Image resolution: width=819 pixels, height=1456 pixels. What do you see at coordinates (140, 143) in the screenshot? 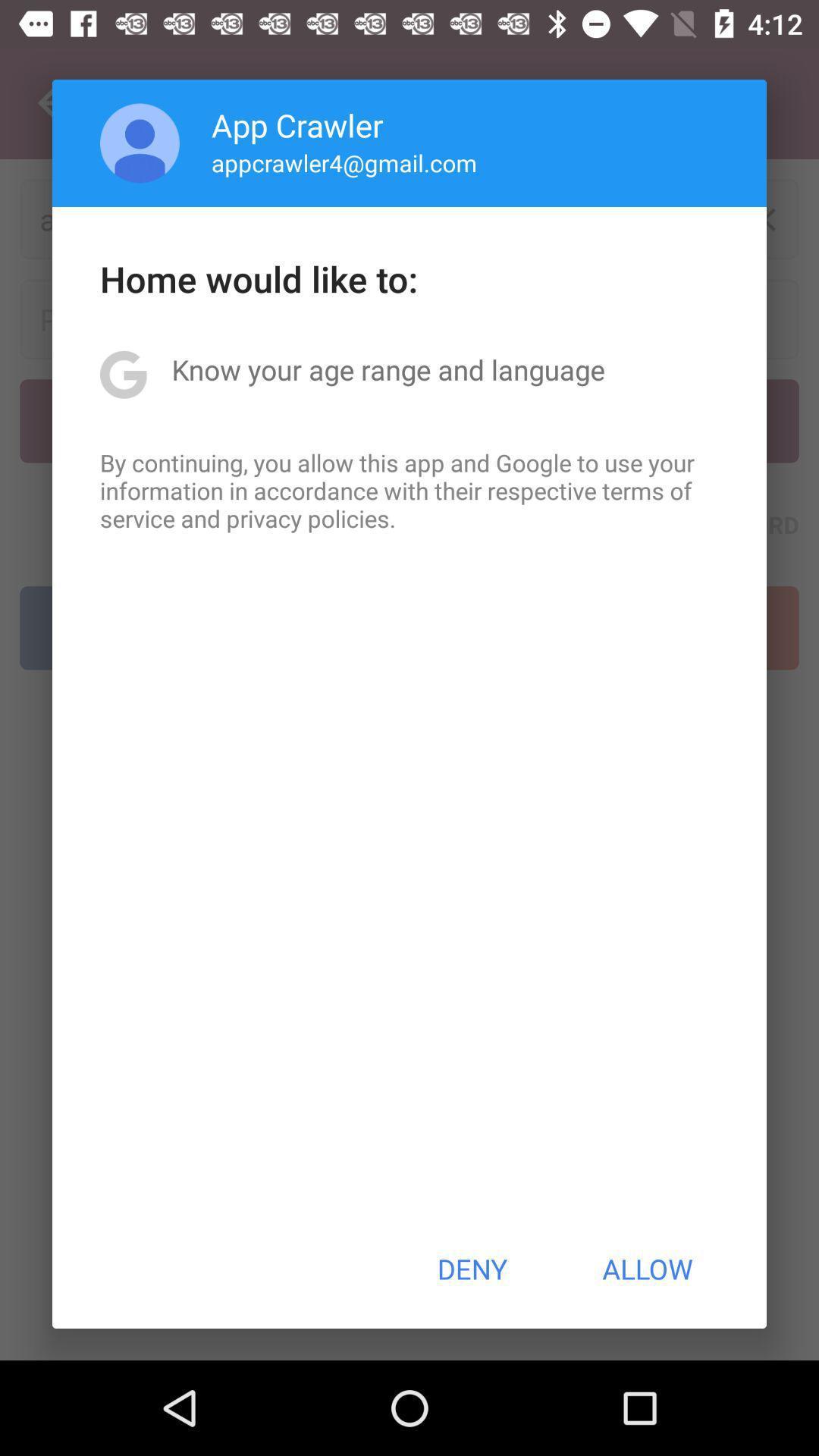
I see `app next to app crawler icon` at bounding box center [140, 143].